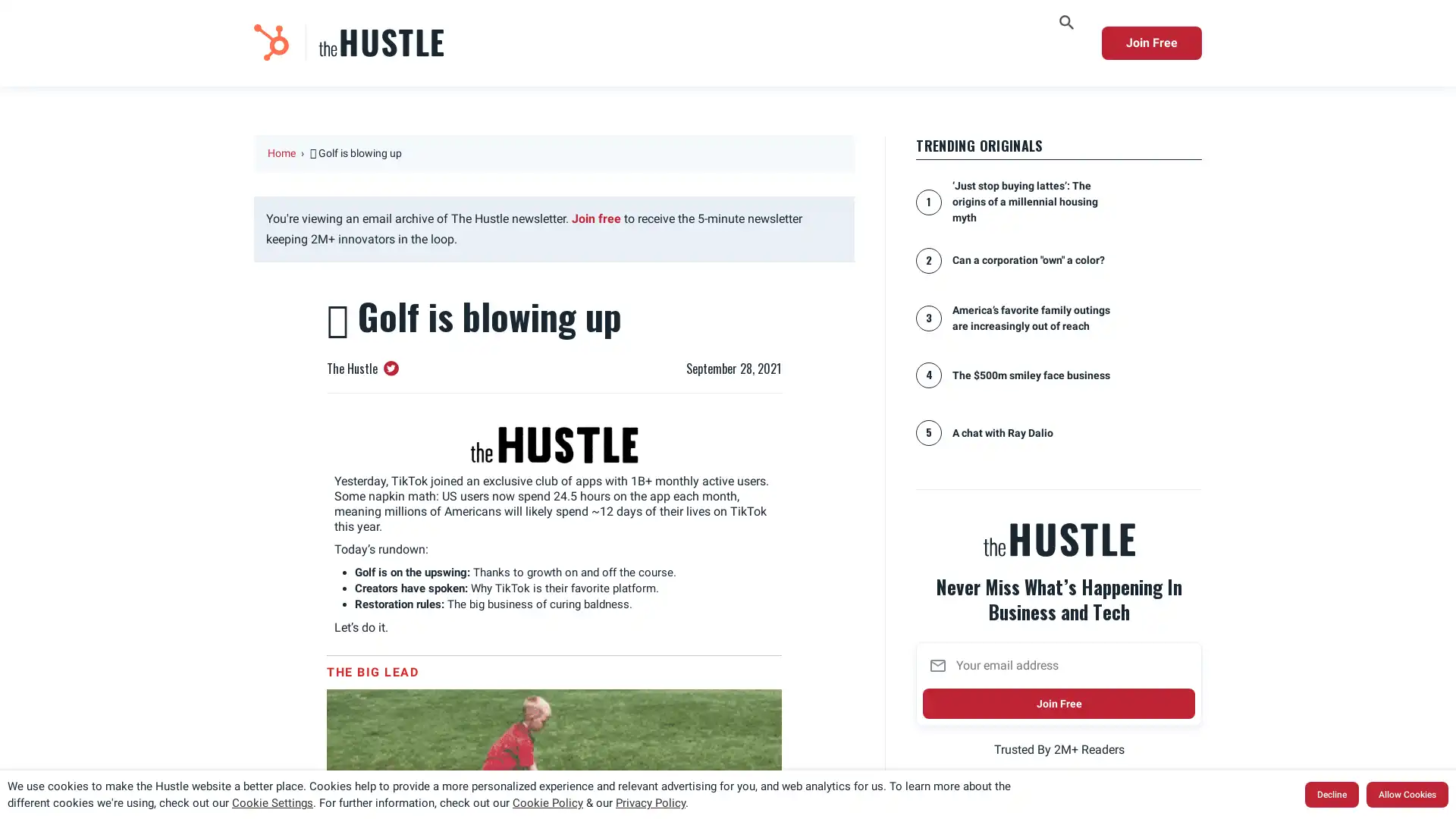  What do you see at coordinates (1407, 794) in the screenshot?
I see `Allow Cookies` at bounding box center [1407, 794].